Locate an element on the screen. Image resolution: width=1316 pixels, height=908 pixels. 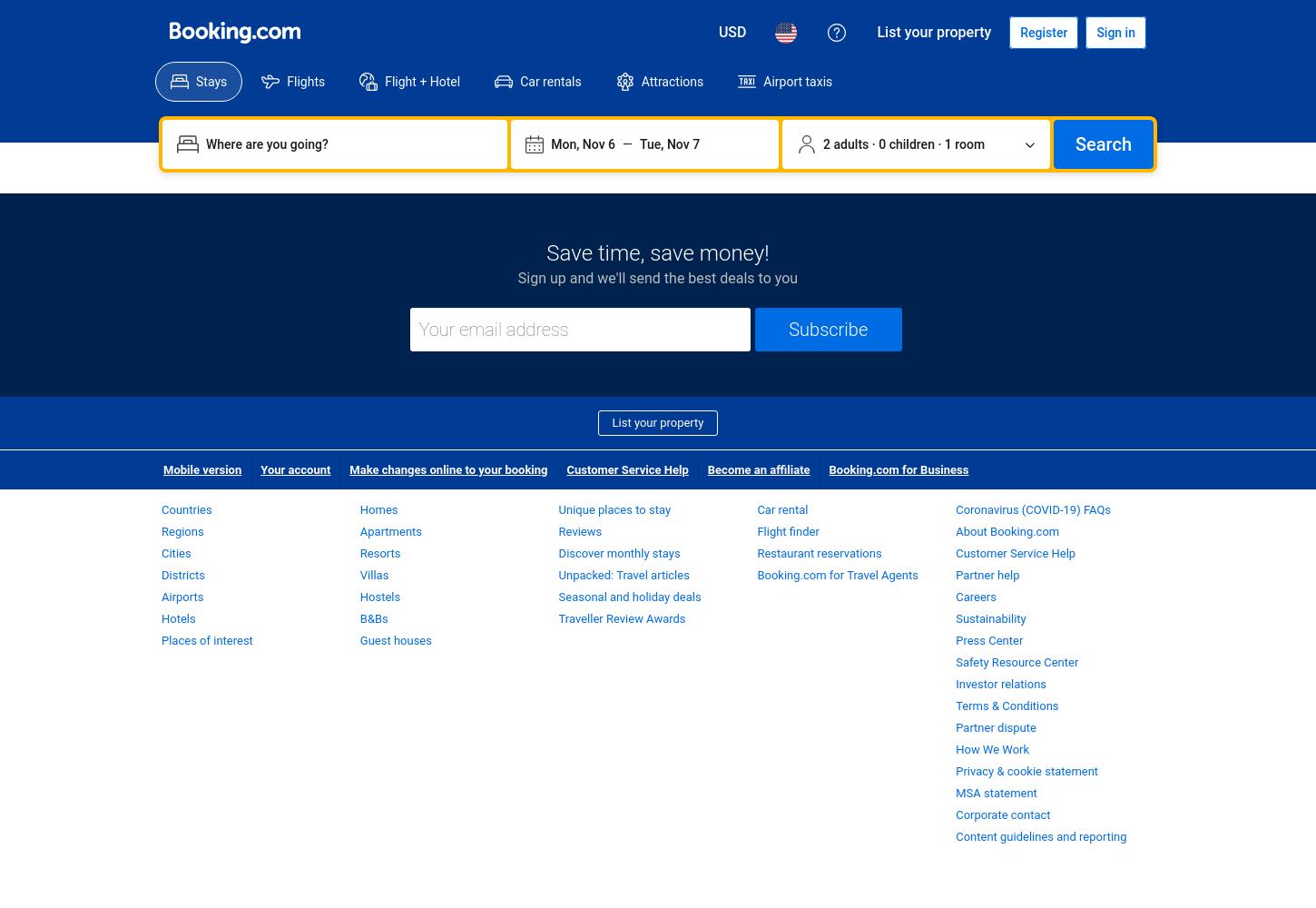
'Investor relations' is located at coordinates (1000, 684).